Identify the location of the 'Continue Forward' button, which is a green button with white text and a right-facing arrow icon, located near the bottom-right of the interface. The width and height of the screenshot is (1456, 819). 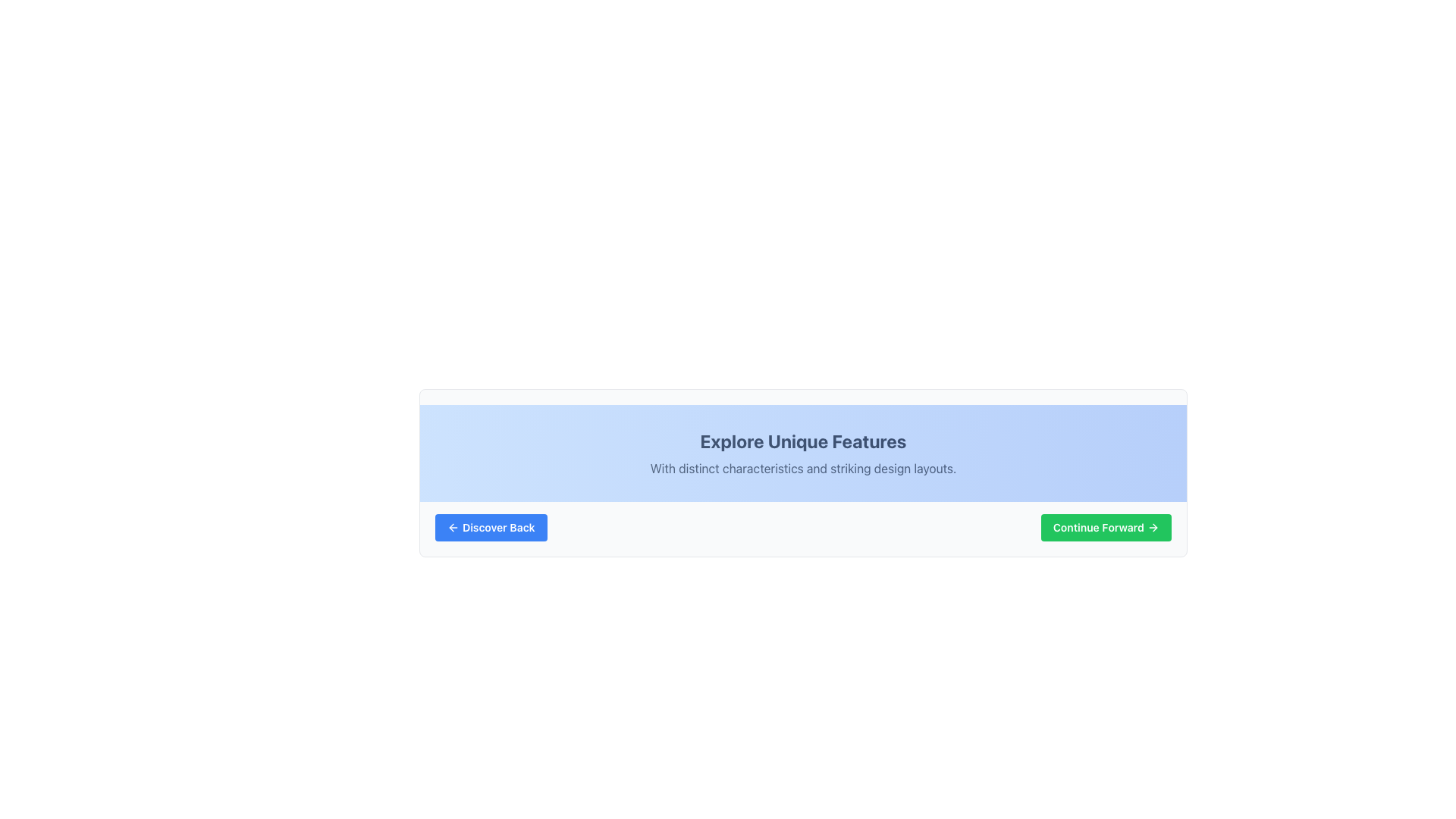
(1106, 526).